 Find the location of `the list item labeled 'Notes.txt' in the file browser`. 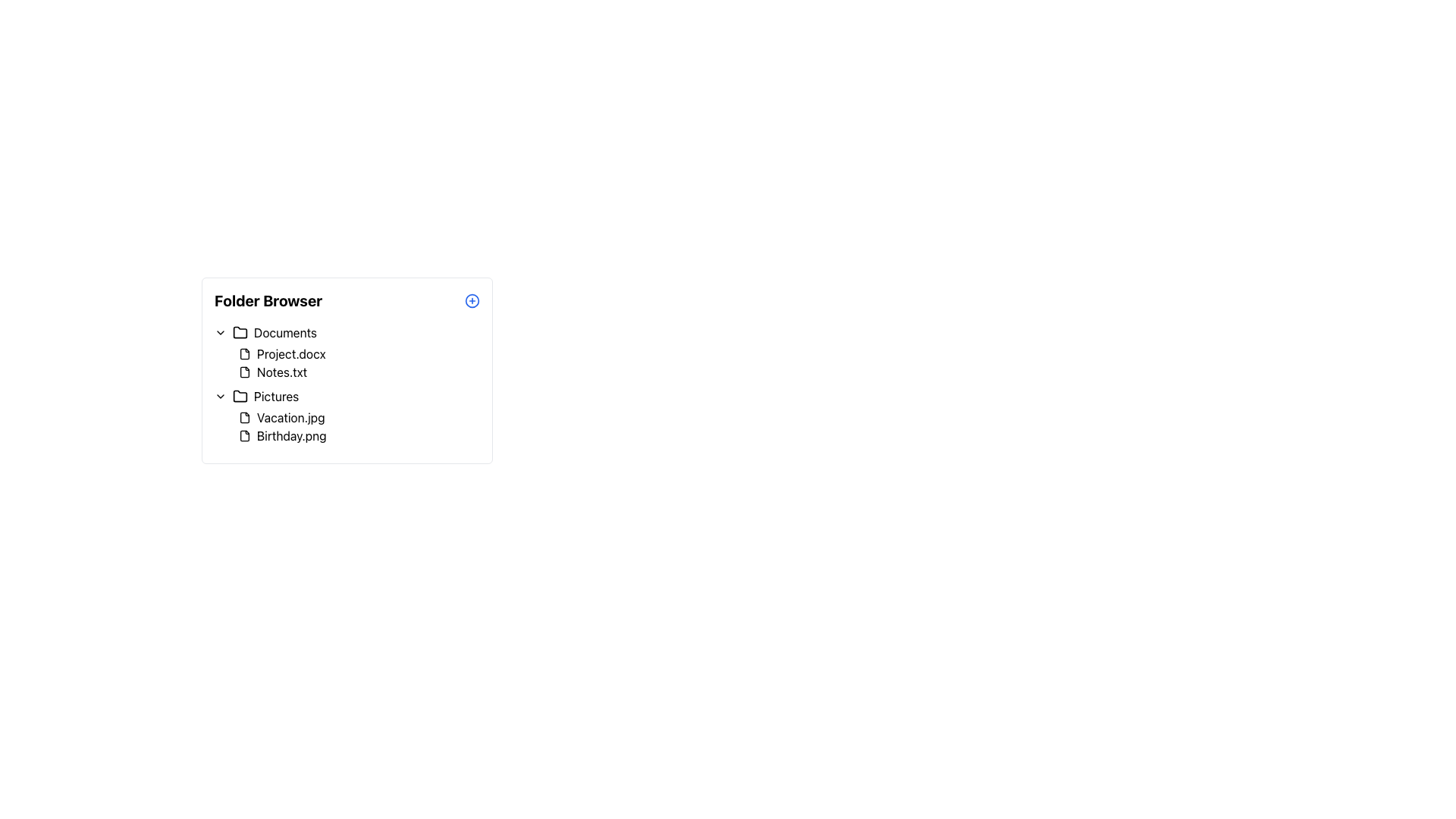

the list item labeled 'Notes.txt' in the file browser is located at coordinates (356, 372).